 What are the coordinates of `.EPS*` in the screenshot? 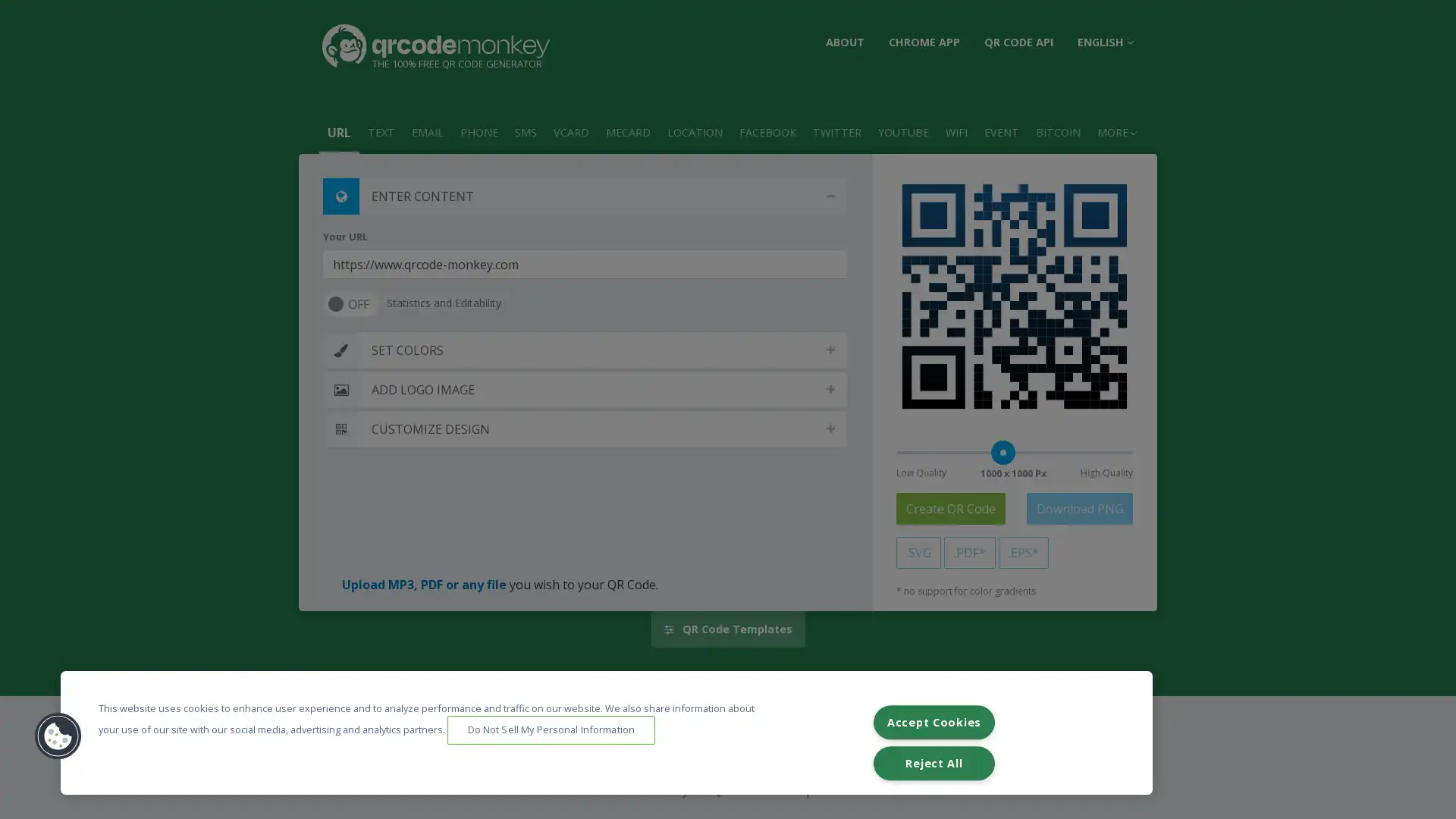 It's located at (1022, 553).